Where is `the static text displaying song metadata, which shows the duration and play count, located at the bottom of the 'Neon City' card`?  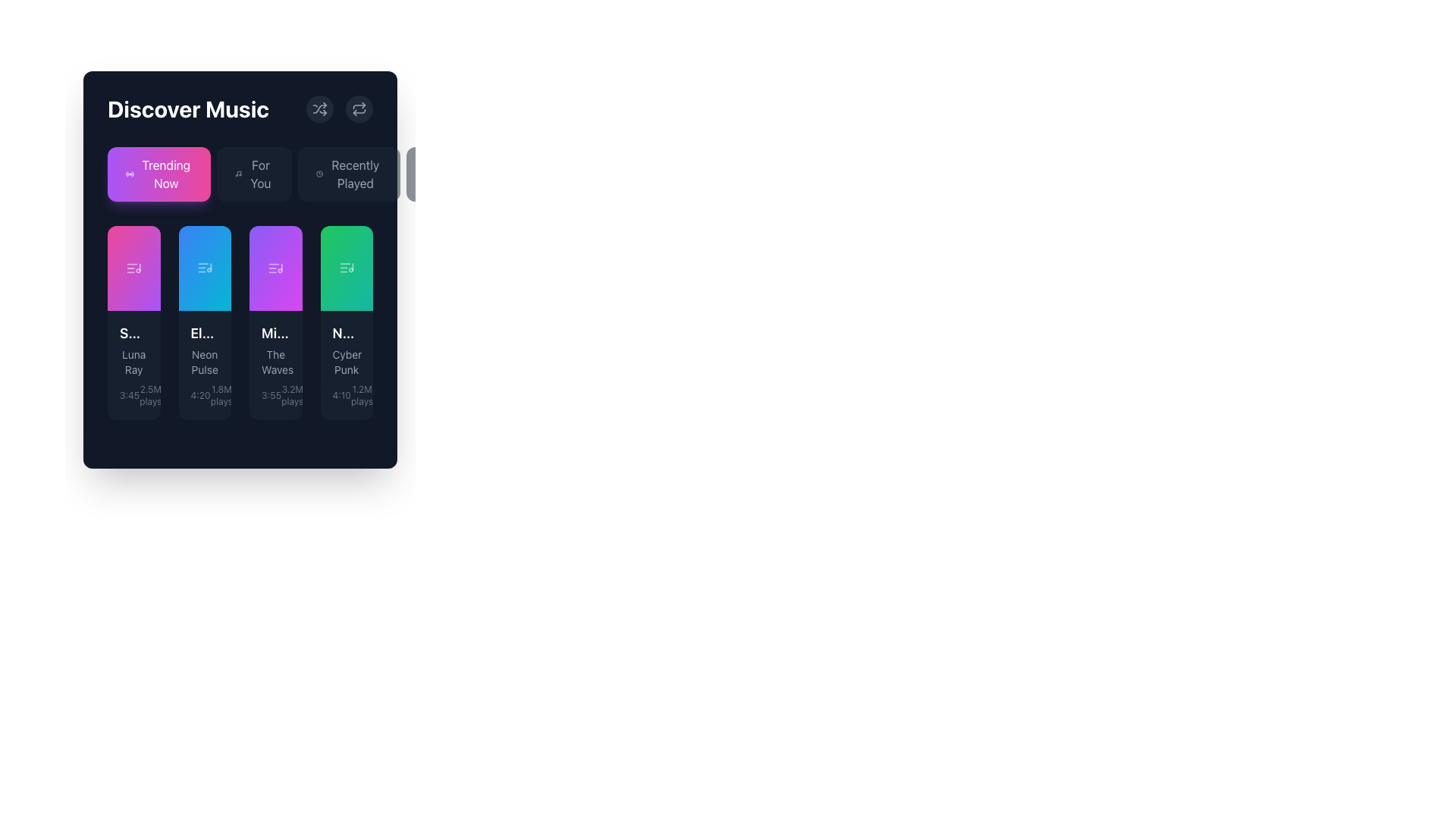
the static text displaying song metadata, which shows the duration and play count, located at the bottom of the 'Neon City' card is located at coordinates (346, 394).